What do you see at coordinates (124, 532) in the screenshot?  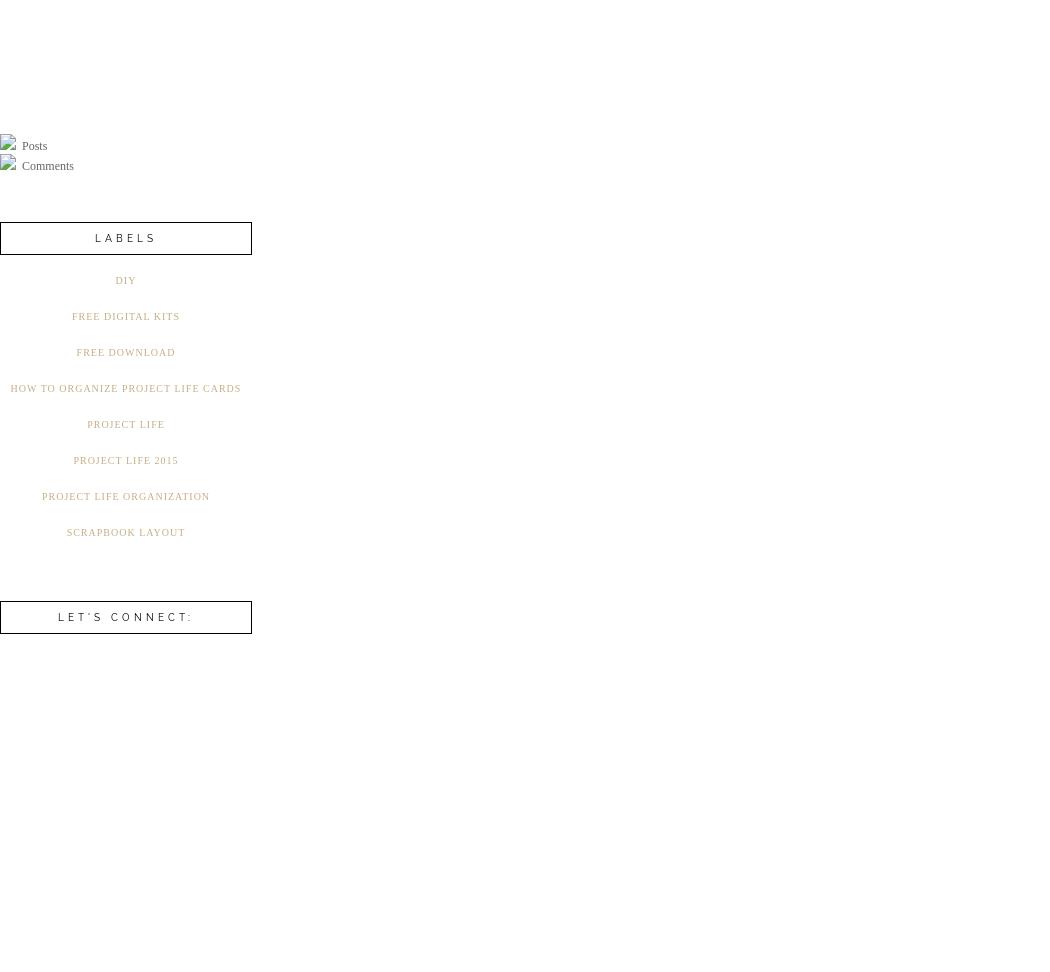 I see `'Scrapbook Layout'` at bounding box center [124, 532].